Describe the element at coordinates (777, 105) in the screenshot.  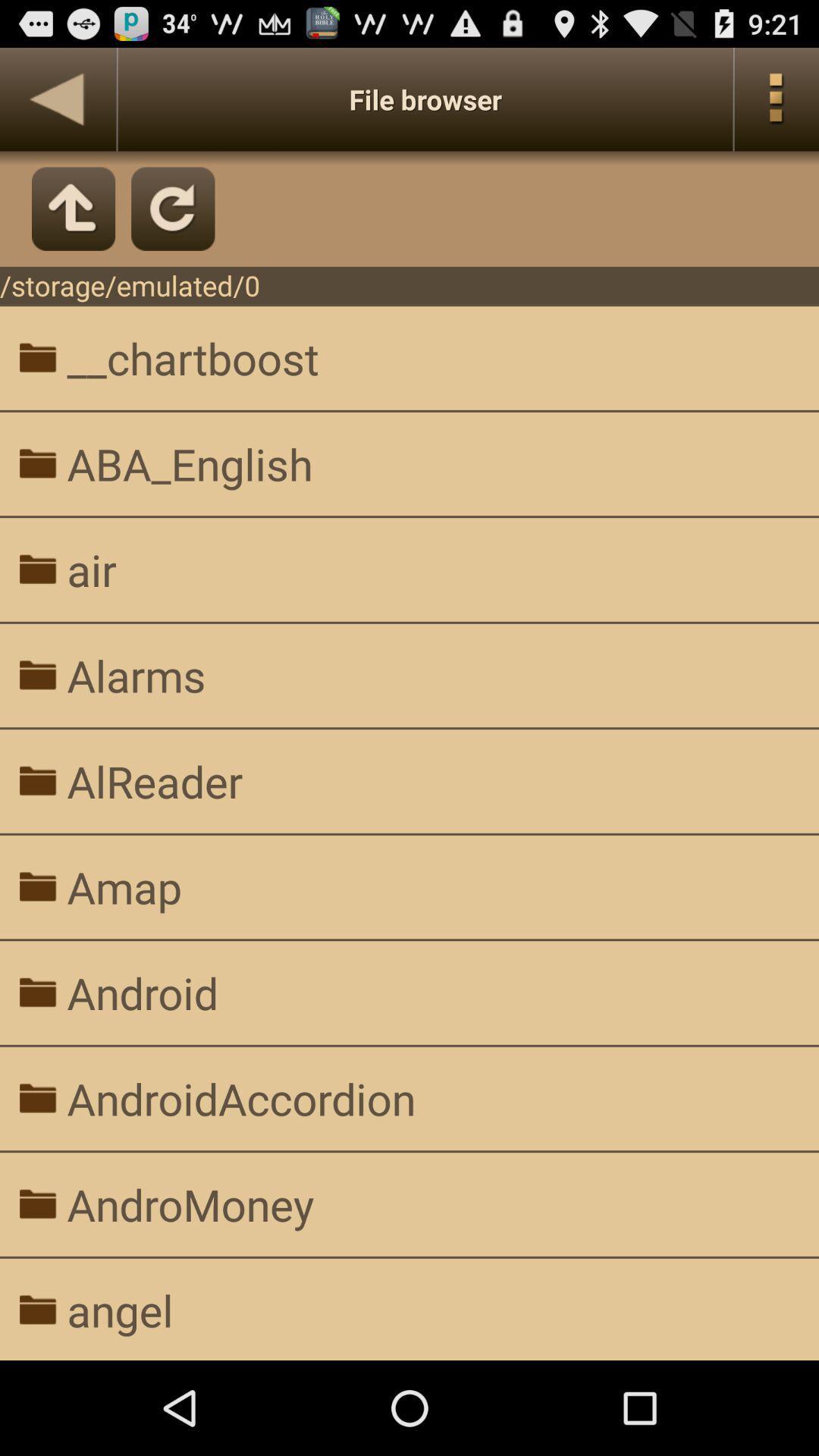
I see `the more icon` at that location.